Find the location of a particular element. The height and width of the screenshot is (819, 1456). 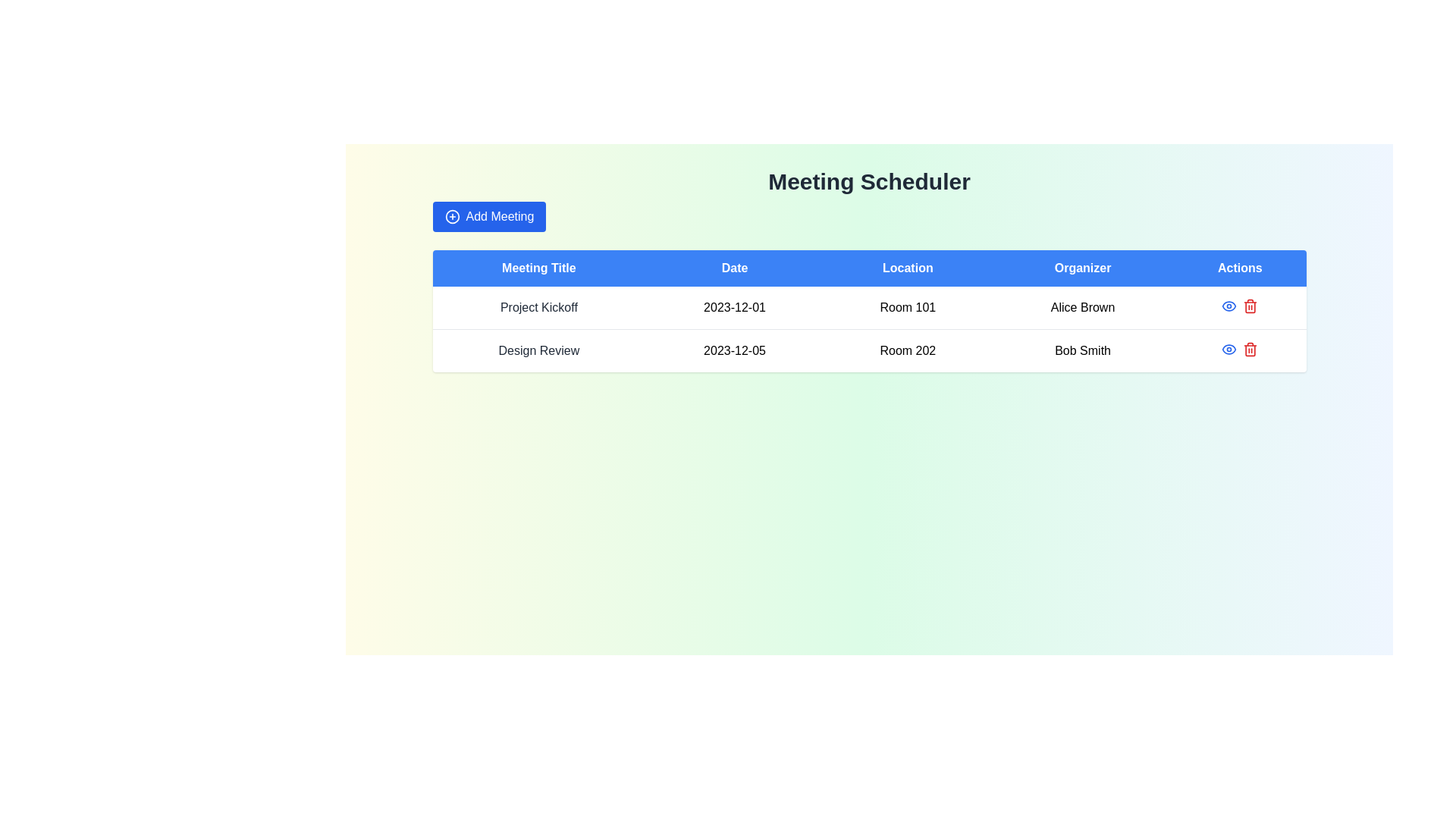

the trash can icon located in the 'Actions' column of the second row in the table is located at coordinates (1250, 350).